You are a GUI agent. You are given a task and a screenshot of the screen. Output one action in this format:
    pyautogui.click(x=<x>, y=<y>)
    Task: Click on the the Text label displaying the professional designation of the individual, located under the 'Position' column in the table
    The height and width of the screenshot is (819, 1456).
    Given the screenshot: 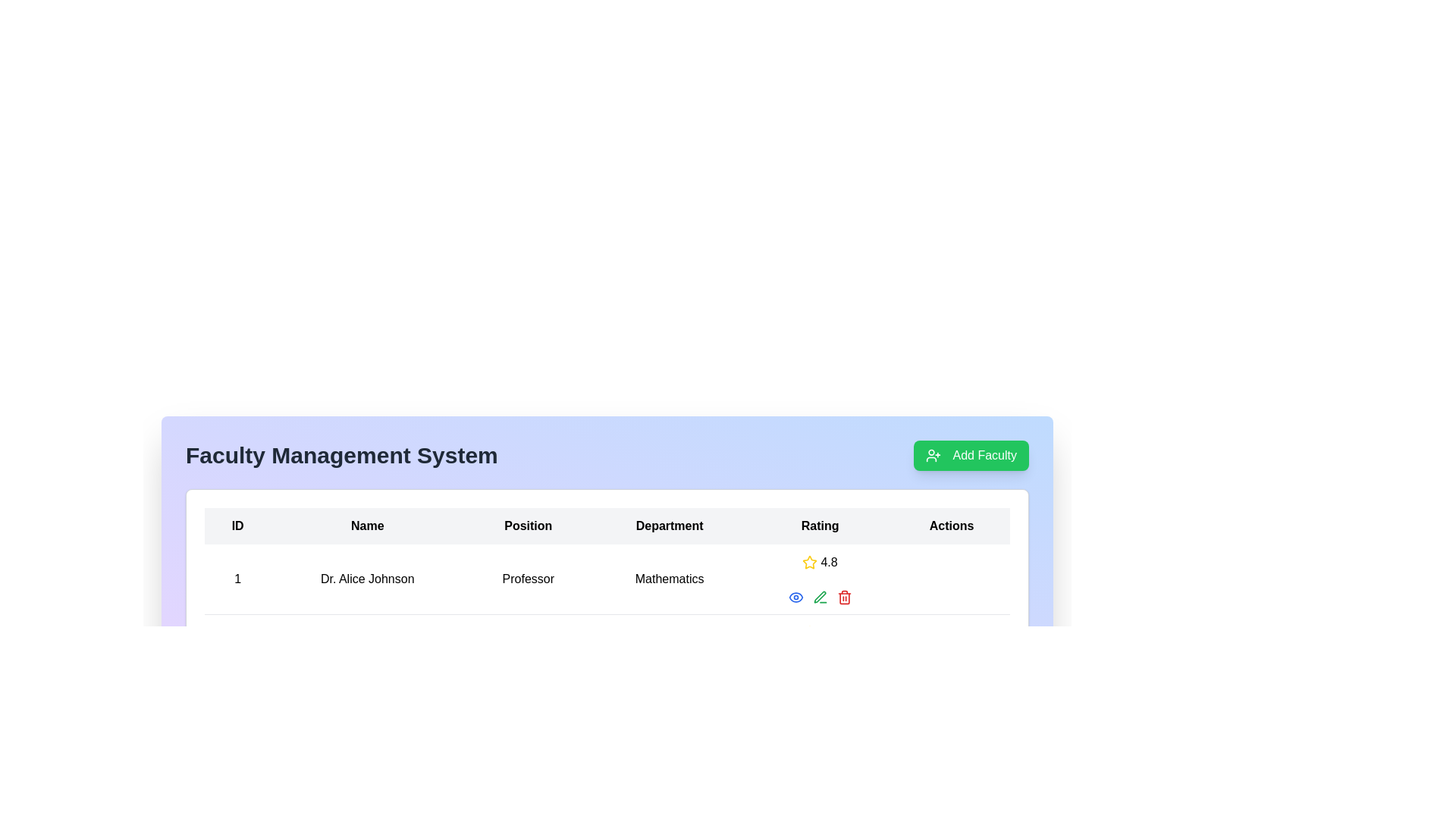 What is the action you would take?
    pyautogui.click(x=528, y=579)
    